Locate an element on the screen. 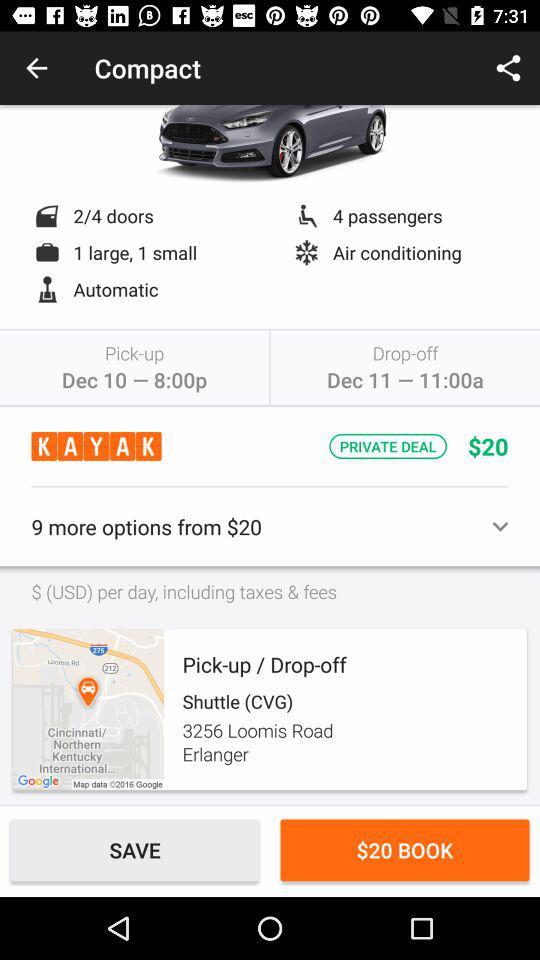 The height and width of the screenshot is (960, 540). 9 more options item is located at coordinates (270, 525).